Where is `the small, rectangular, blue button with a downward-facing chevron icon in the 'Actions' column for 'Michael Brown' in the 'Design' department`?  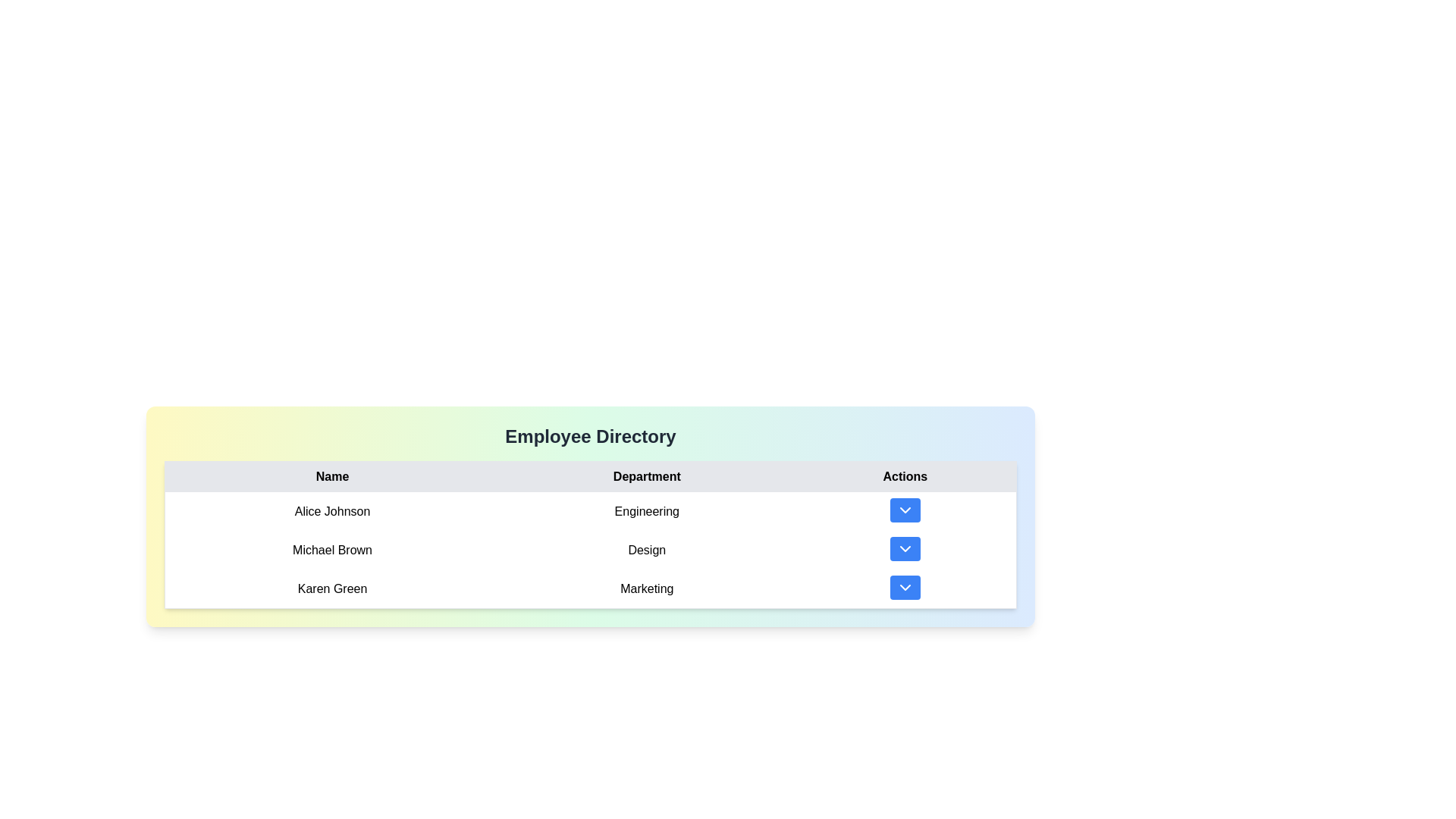
the small, rectangular, blue button with a downward-facing chevron icon in the 'Actions' column for 'Michael Brown' in the 'Design' department is located at coordinates (905, 550).